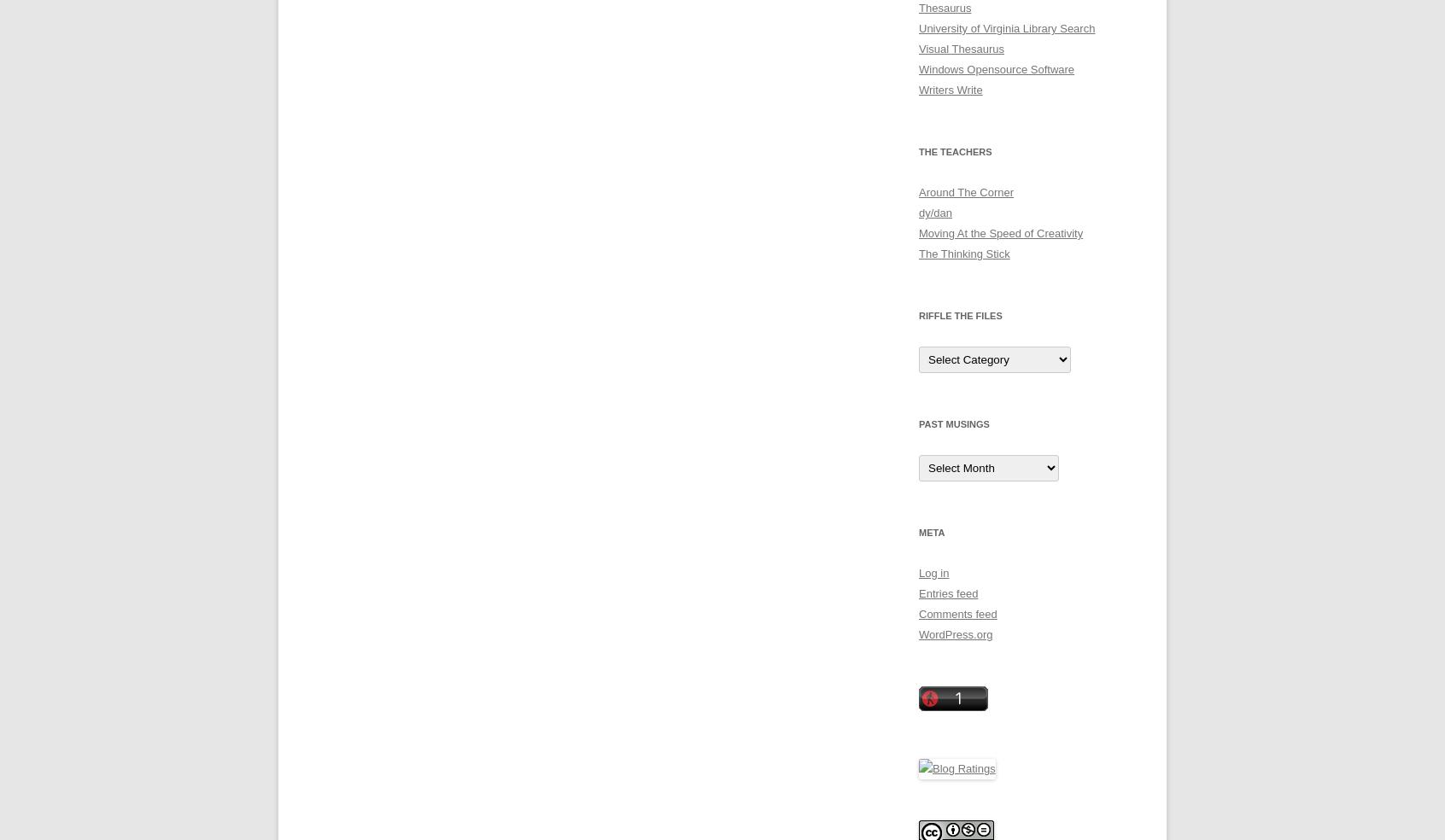 This screenshot has height=840, width=1445. What do you see at coordinates (965, 192) in the screenshot?
I see `'Around The Corner'` at bounding box center [965, 192].